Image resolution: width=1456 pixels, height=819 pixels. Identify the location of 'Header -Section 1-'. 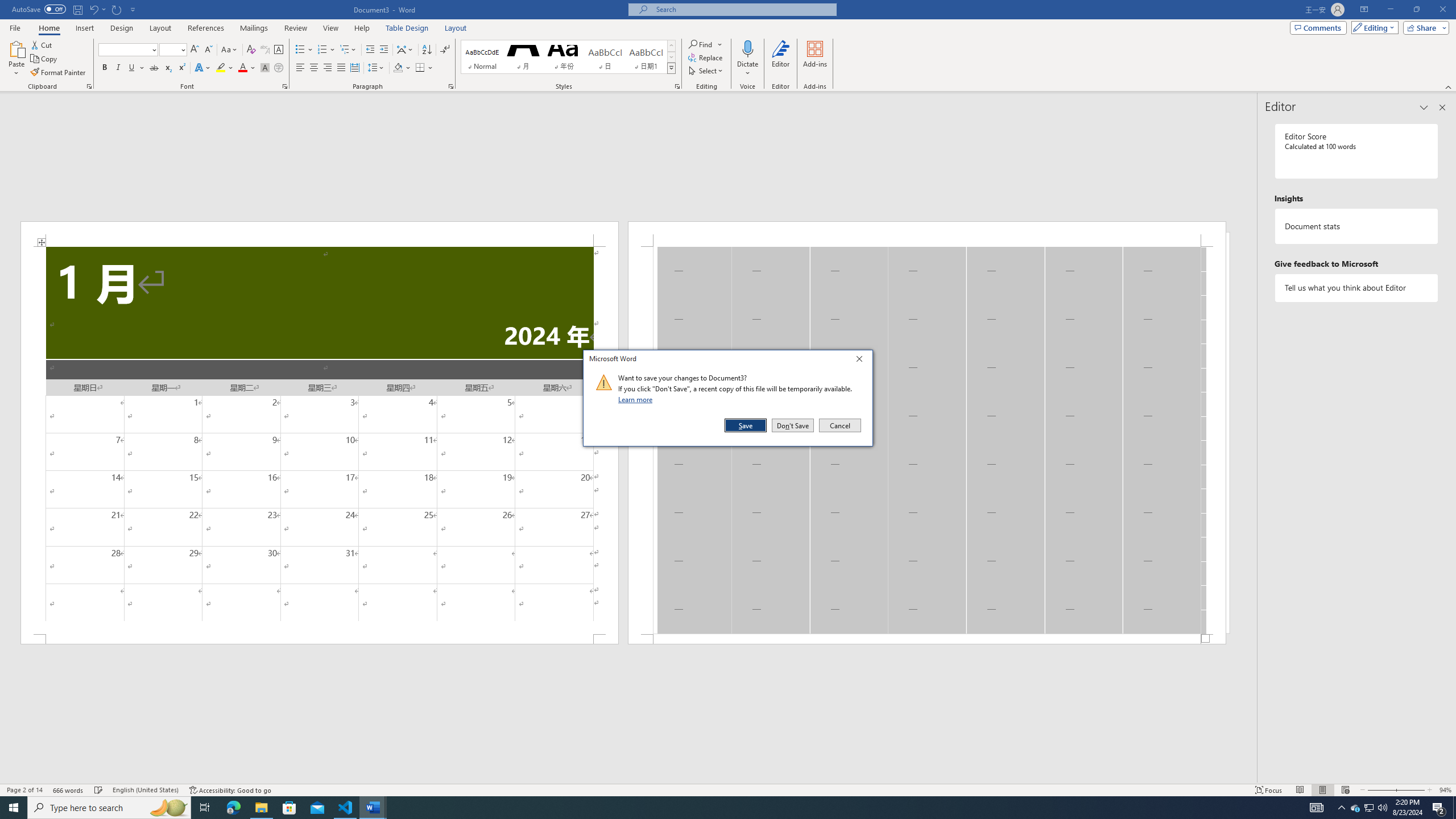
(926, 233).